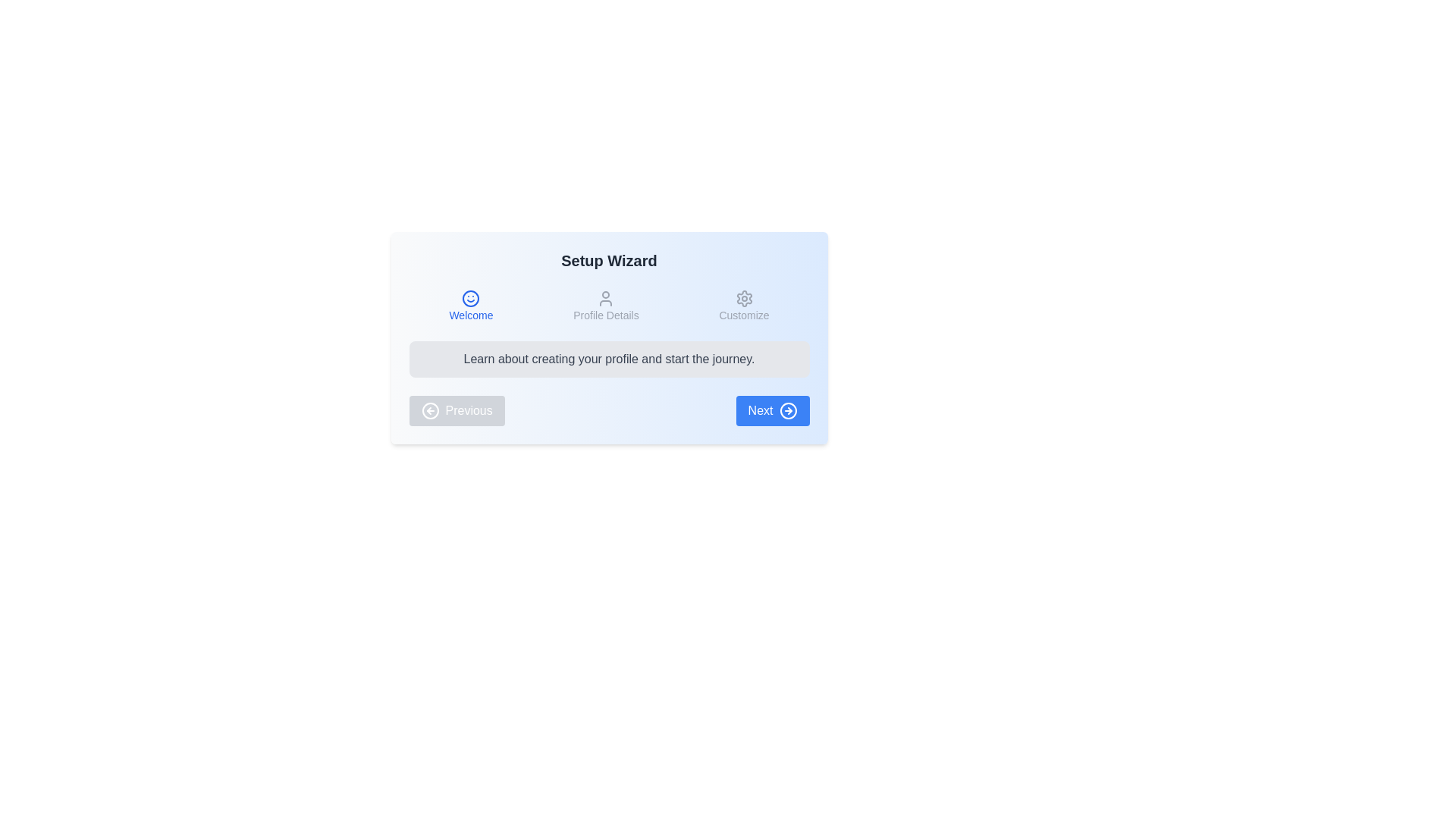  What do you see at coordinates (788, 411) in the screenshot?
I see `the visual representation of the graphical icon adjacent to the 'Next' label within the blue button at the bottom-right corner of the wizard interface` at bounding box center [788, 411].